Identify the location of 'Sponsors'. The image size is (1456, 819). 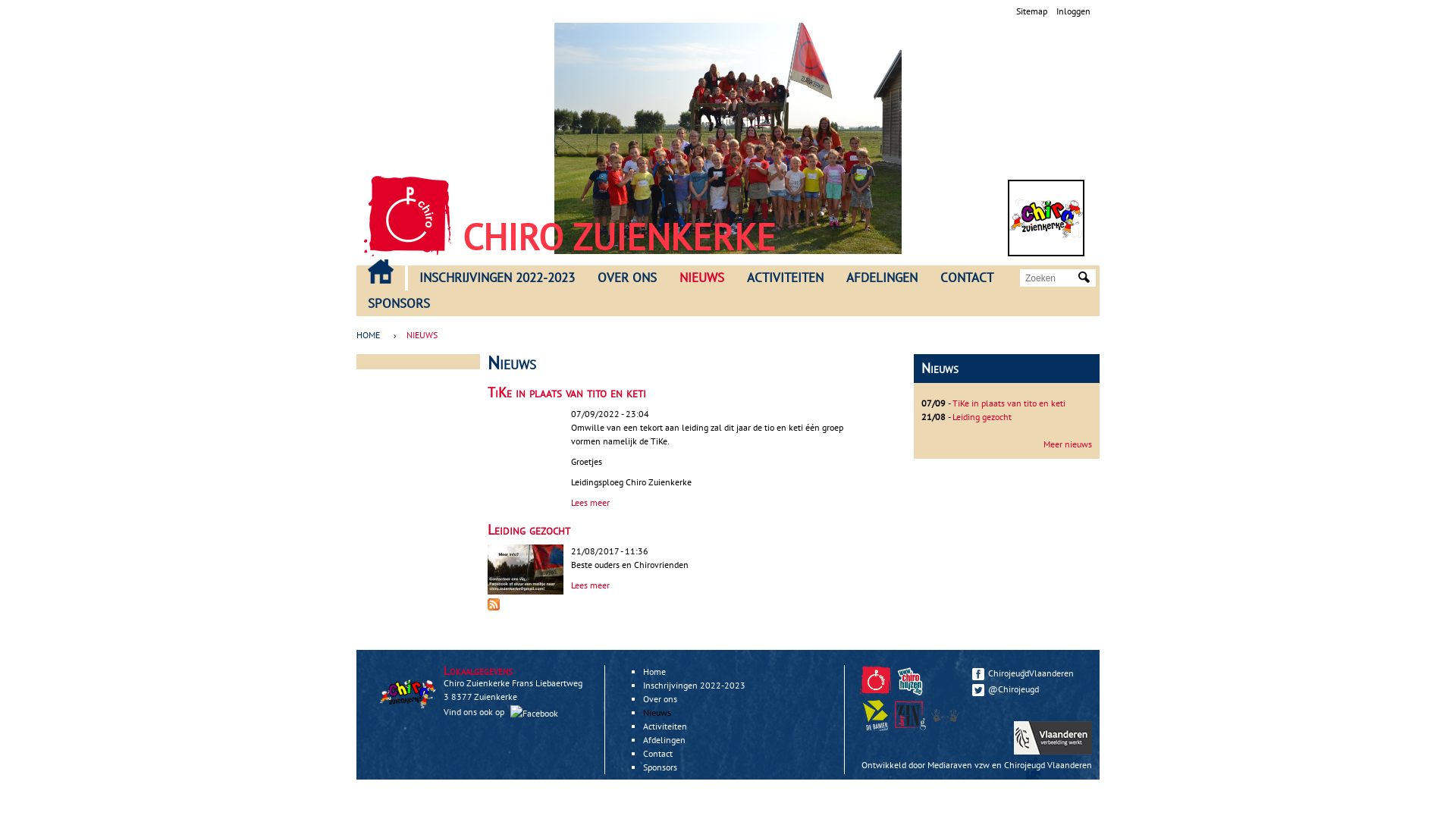
(660, 767).